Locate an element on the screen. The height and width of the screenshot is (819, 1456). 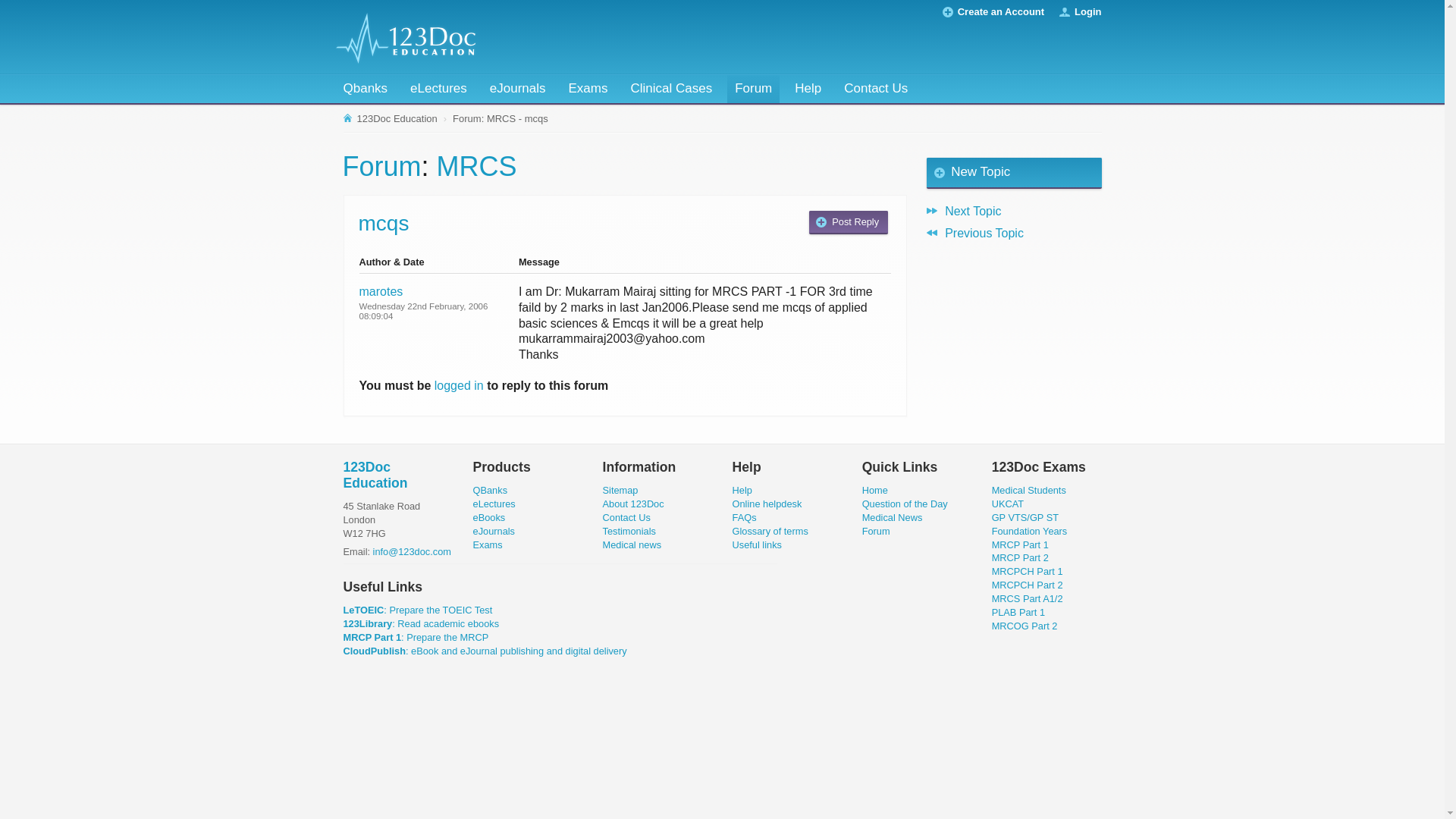
'UKCAT' is located at coordinates (1008, 504).